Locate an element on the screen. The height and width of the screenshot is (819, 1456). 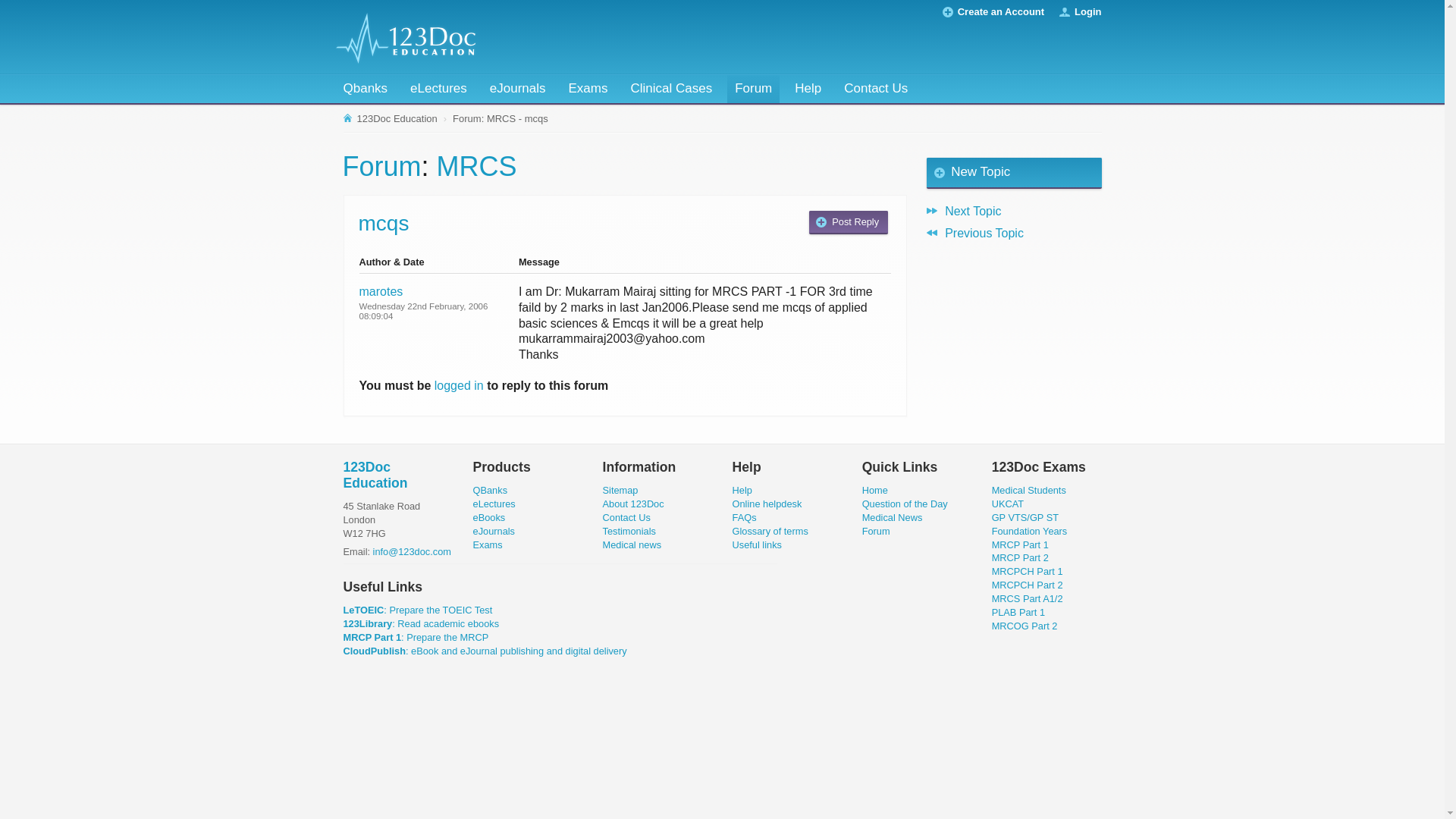
'UKCAT' is located at coordinates (1008, 504).